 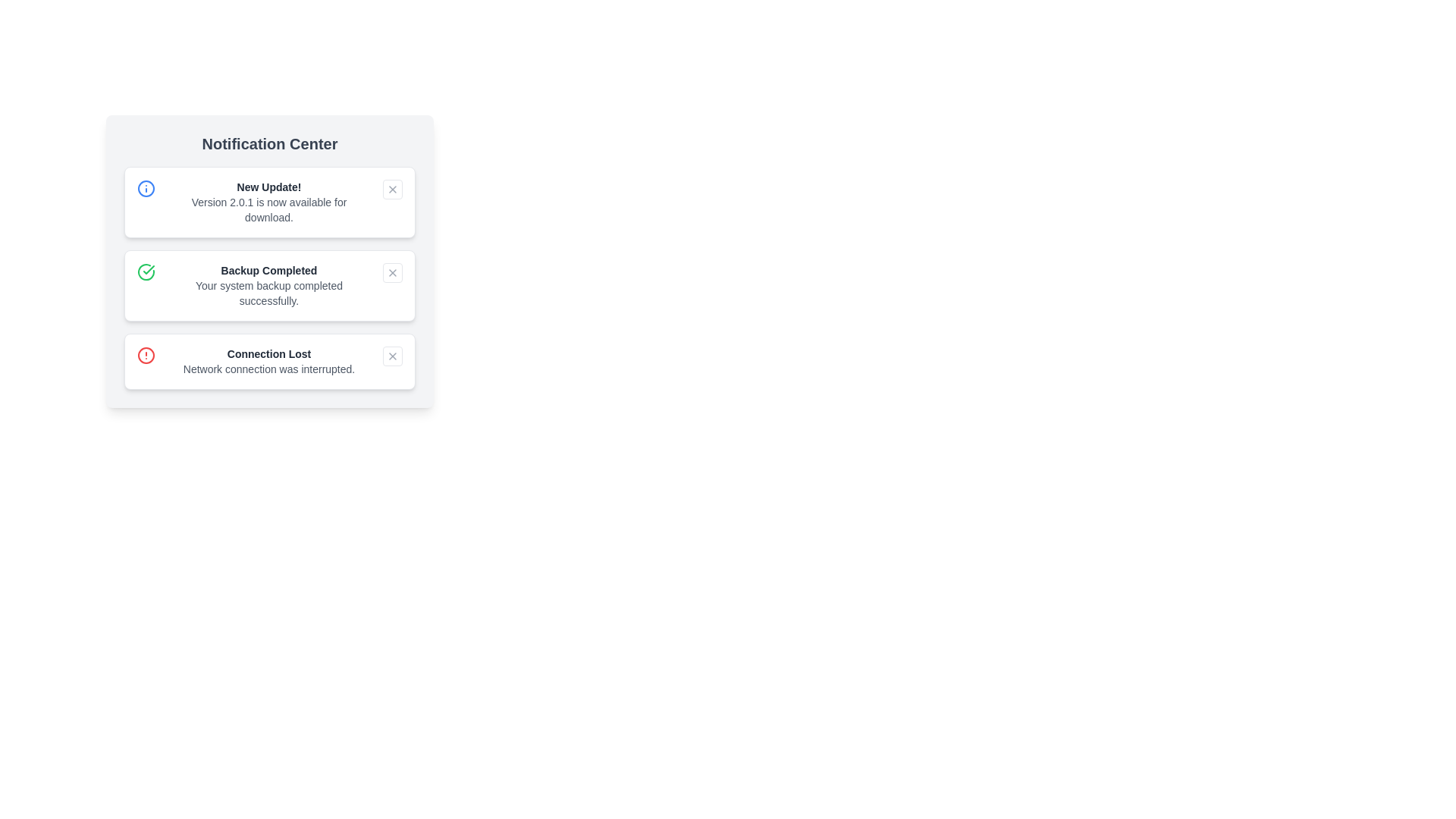 What do you see at coordinates (269, 353) in the screenshot?
I see `the status of the notification` at bounding box center [269, 353].